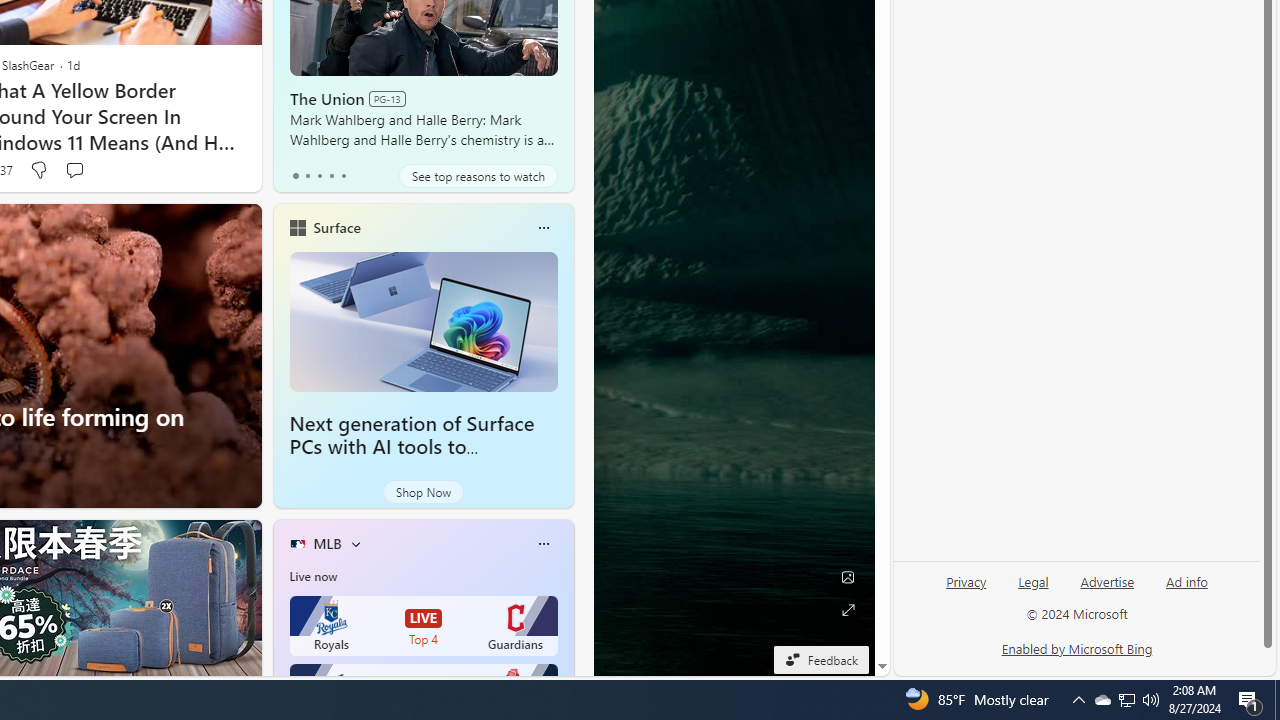 This screenshot has width=1280, height=720. Describe the element at coordinates (848, 577) in the screenshot. I see `'Edit Background'` at that location.